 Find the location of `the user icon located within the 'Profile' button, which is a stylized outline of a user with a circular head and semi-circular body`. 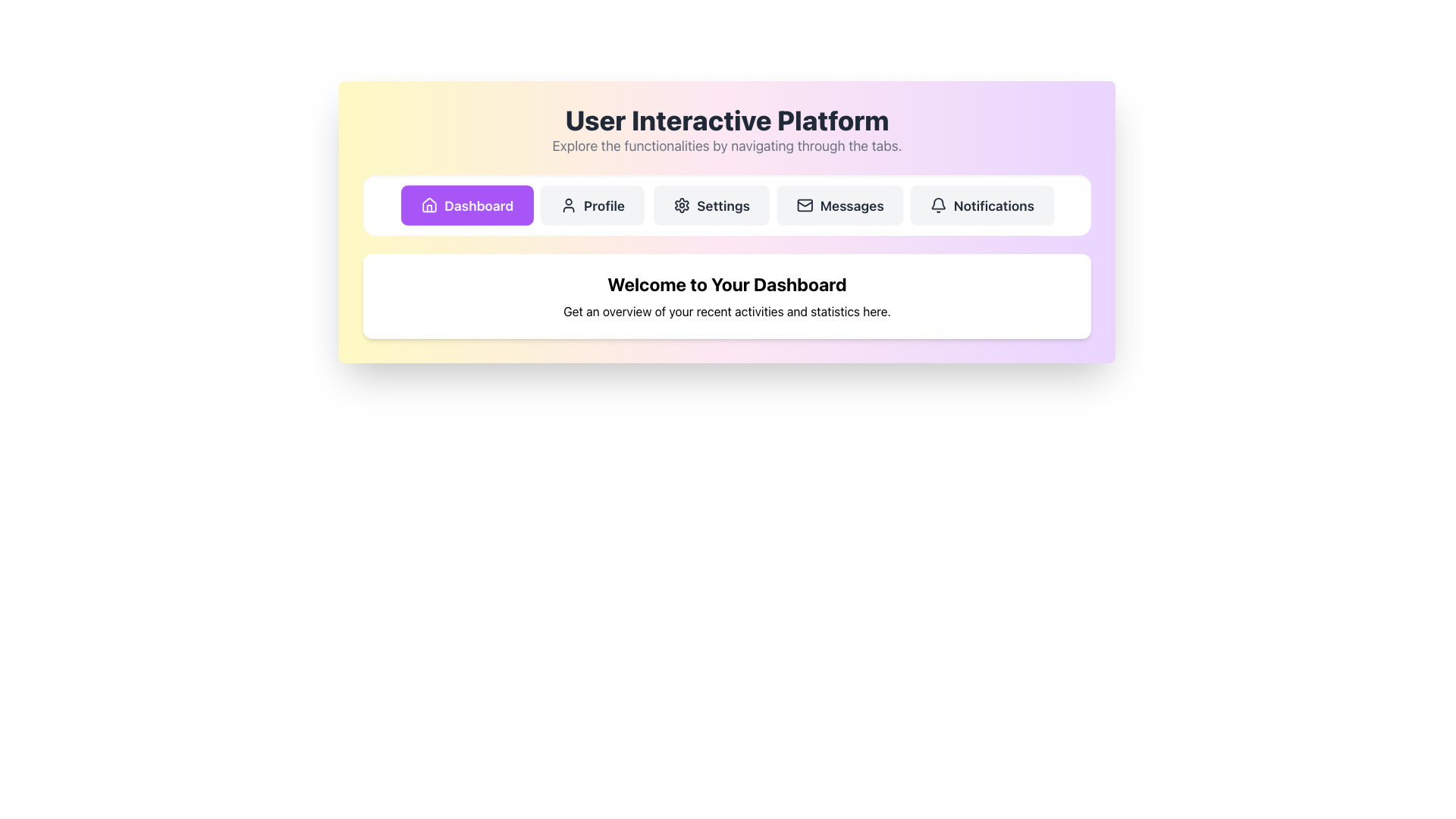

the user icon located within the 'Profile' button, which is a stylized outline of a user with a circular head and semi-circular body is located at coordinates (568, 205).